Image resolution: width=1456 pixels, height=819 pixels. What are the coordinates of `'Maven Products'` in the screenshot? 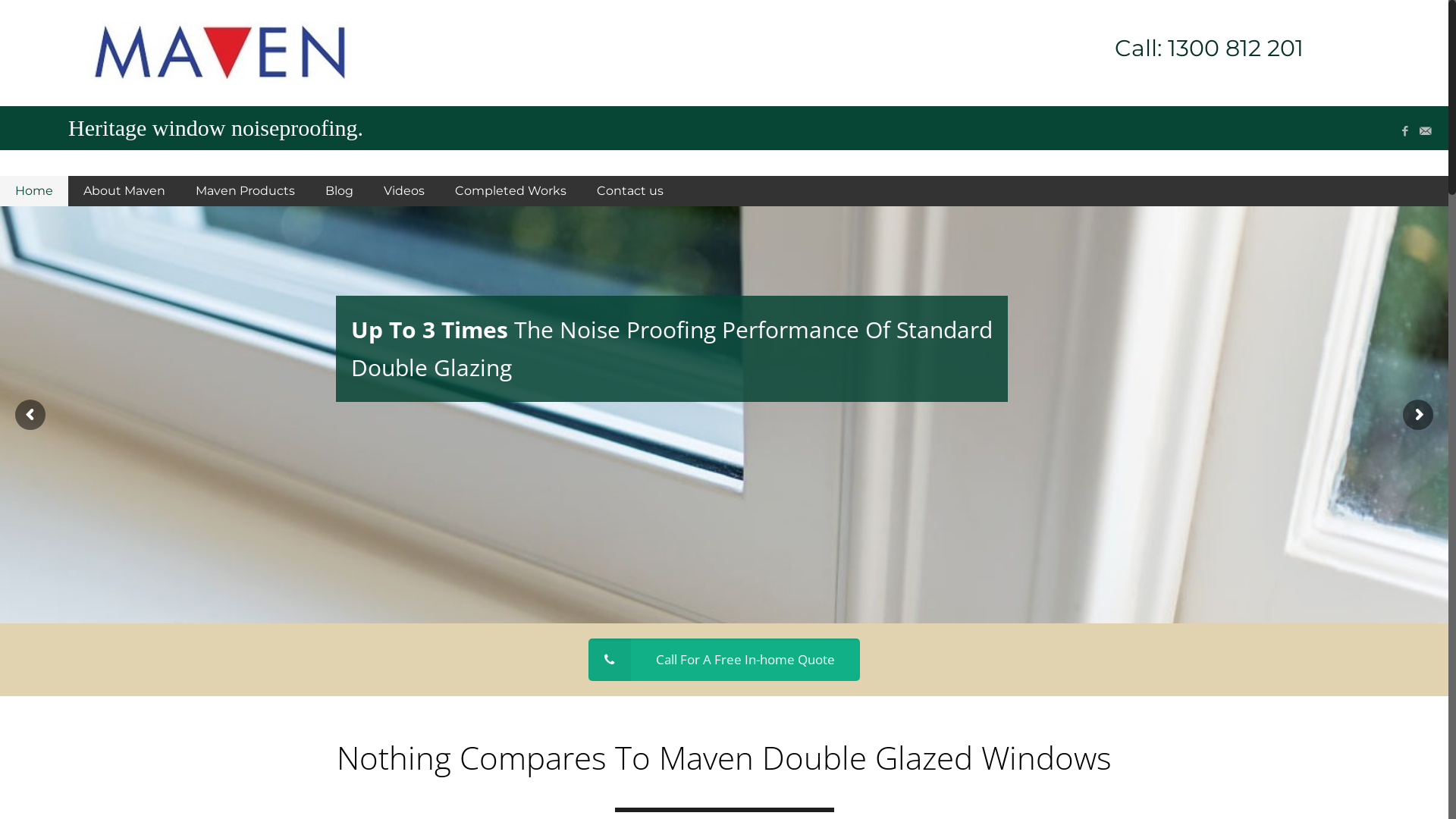 It's located at (245, 190).